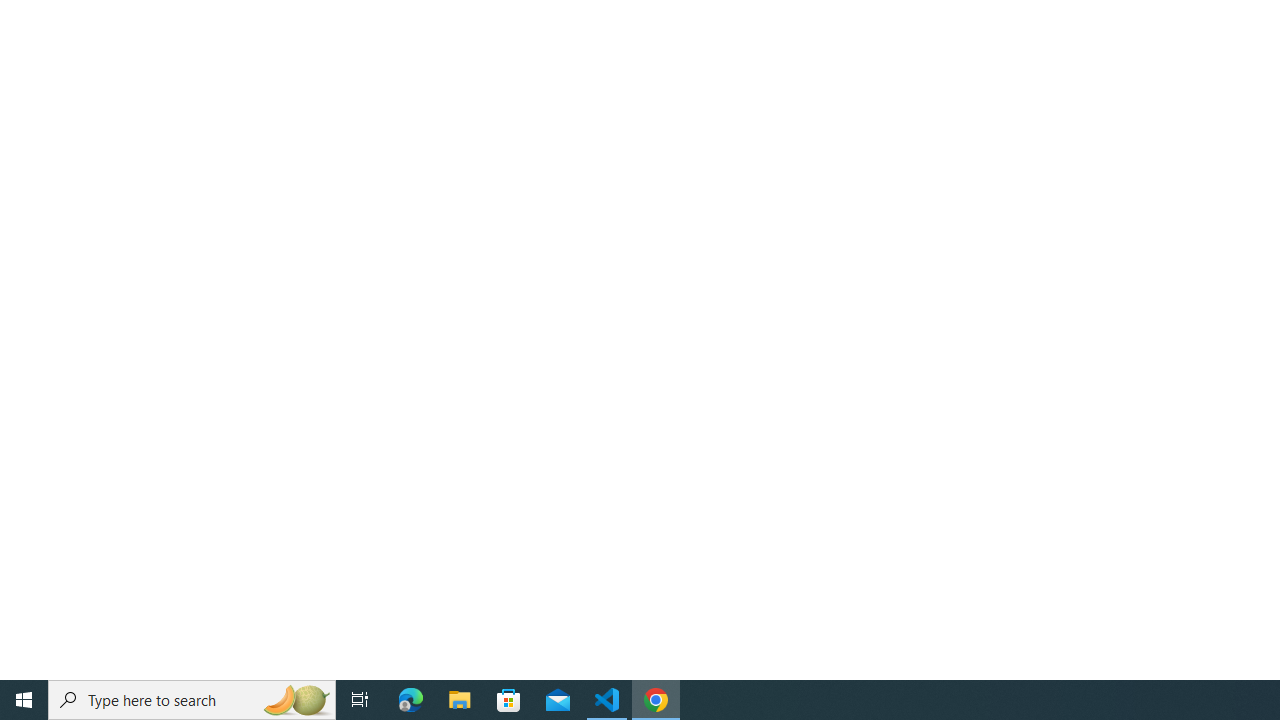 The image size is (1280, 720). Describe the element at coordinates (359, 698) in the screenshot. I see `'Task View'` at that location.